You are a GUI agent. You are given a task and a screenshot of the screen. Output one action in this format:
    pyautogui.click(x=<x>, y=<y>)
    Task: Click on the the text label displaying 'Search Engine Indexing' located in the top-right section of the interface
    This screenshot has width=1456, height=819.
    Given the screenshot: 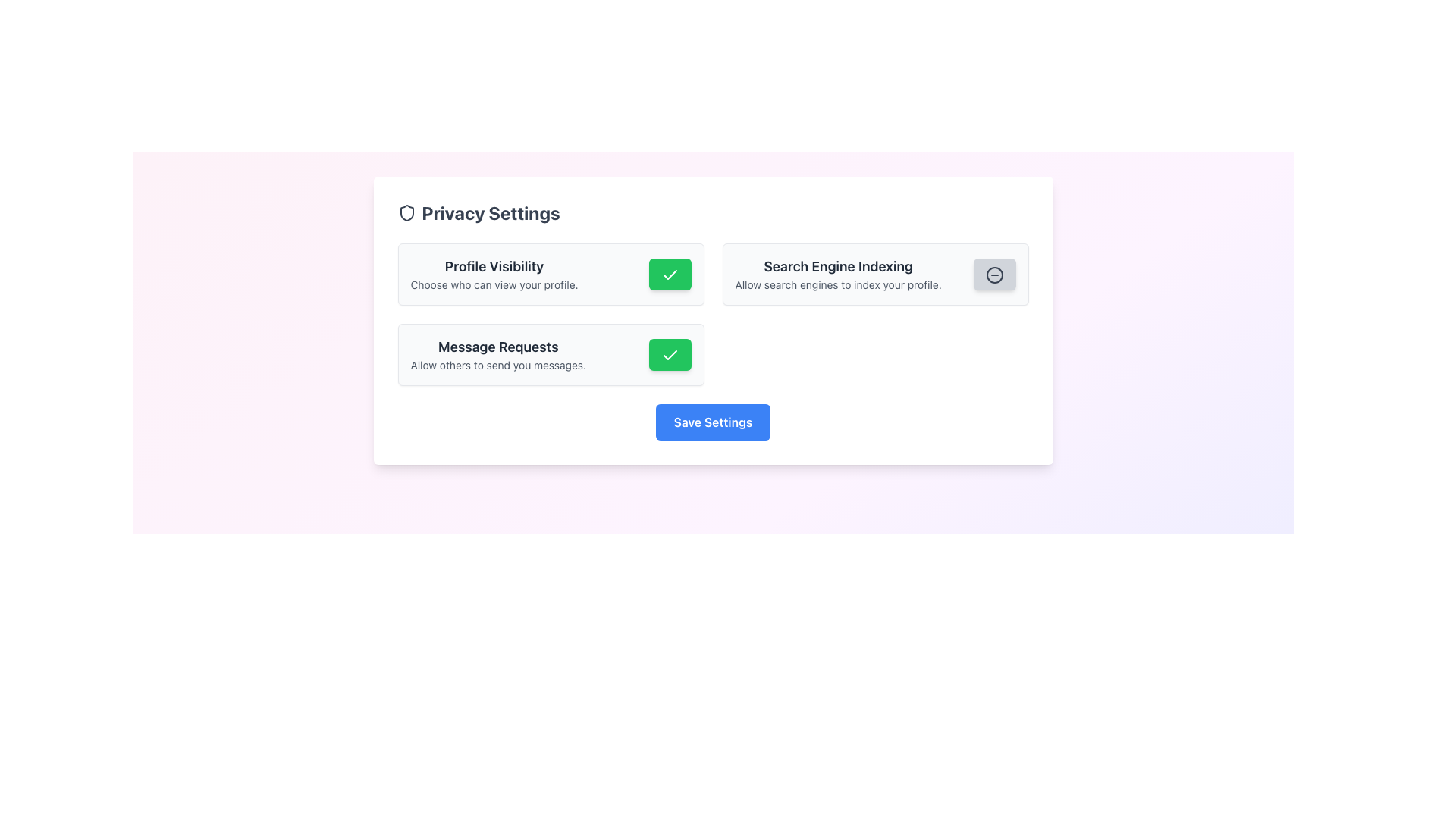 What is the action you would take?
    pyautogui.click(x=837, y=265)
    